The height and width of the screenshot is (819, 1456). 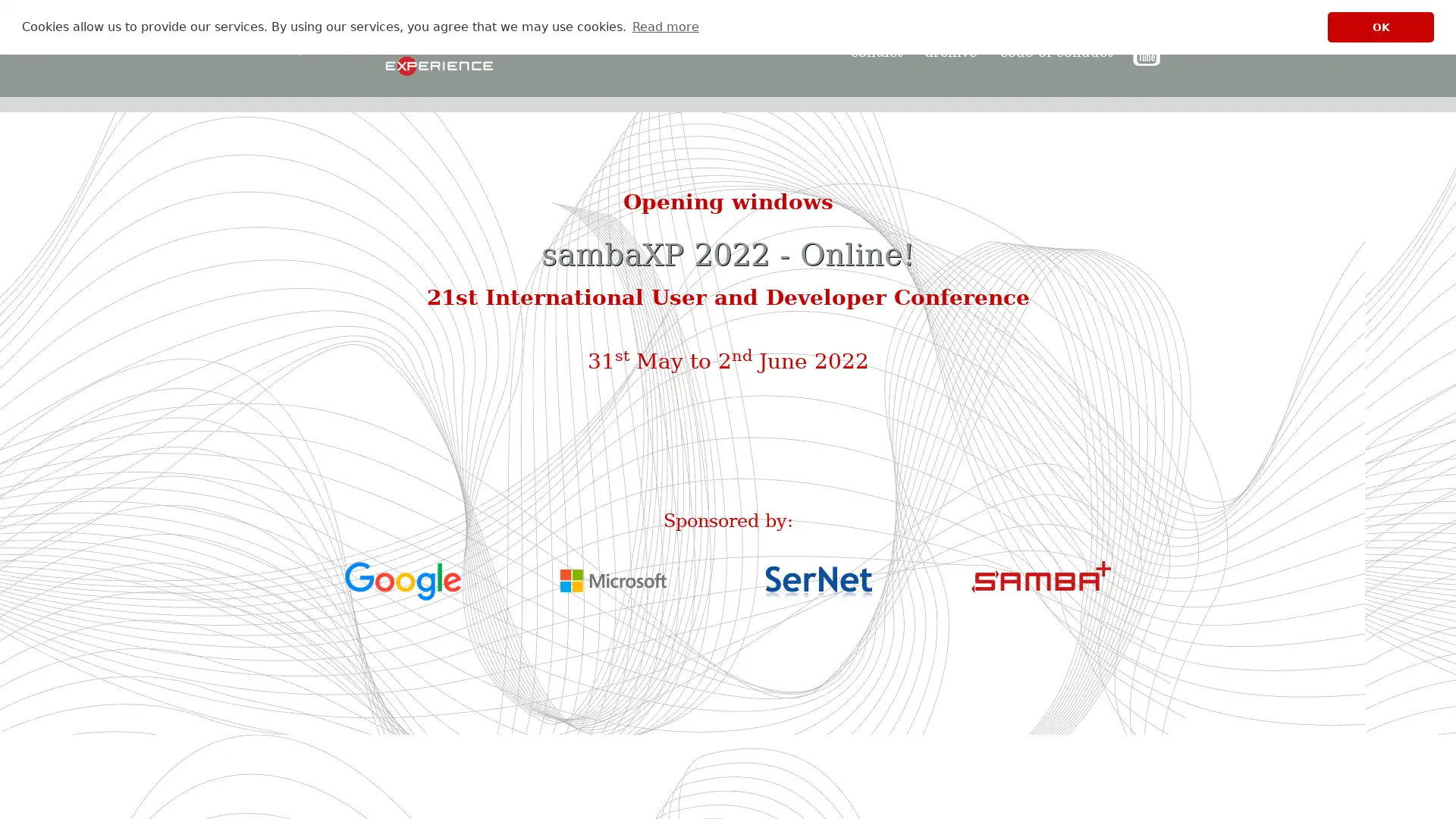 I want to click on dismiss cookie message, so click(x=1380, y=27).